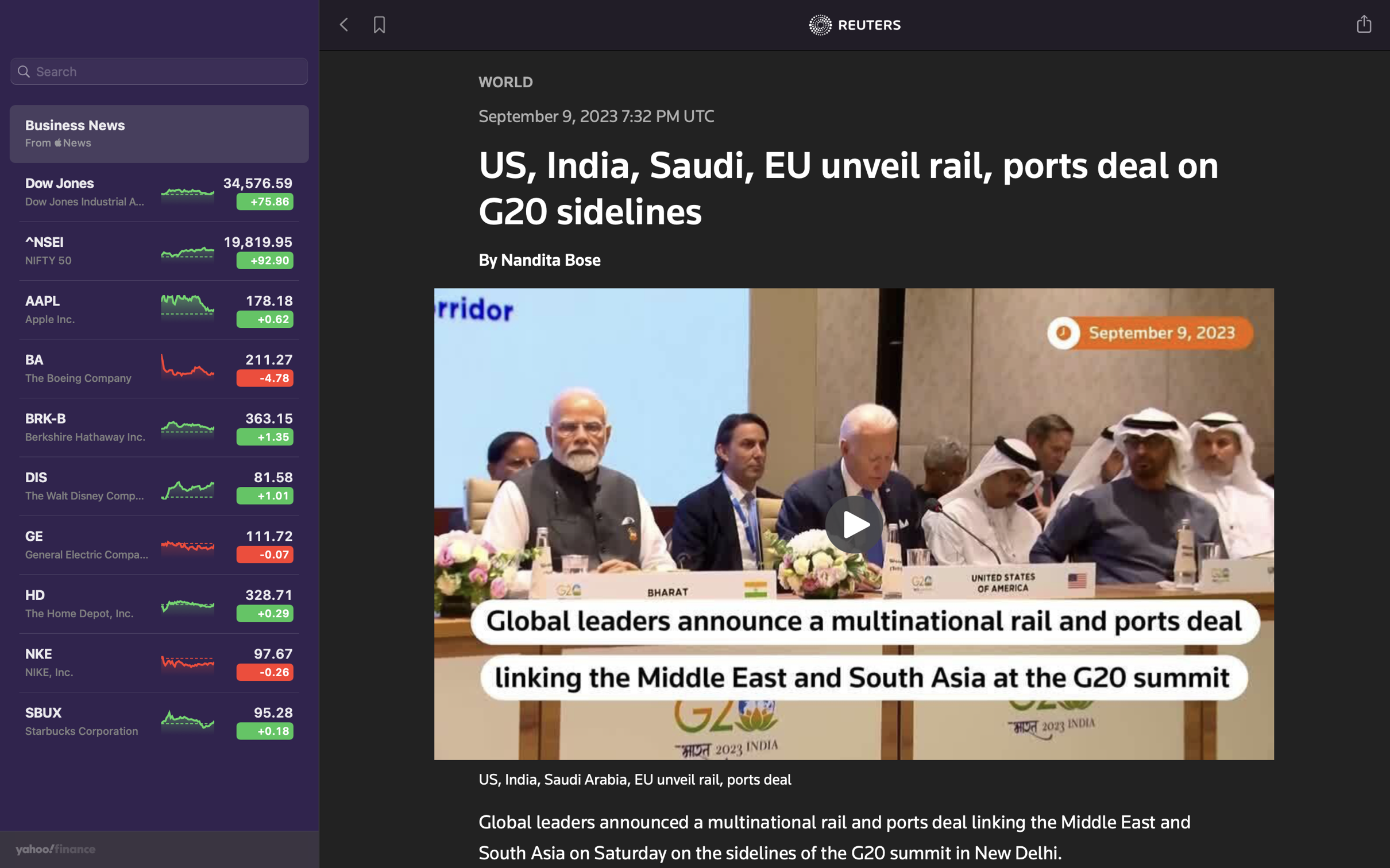 Image resolution: width=1390 pixels, height=868 pixels. What do you see at coordinates (855, 522) in the screenshot?
I see `Begin playing the news video` at bounding box center [855, 522].